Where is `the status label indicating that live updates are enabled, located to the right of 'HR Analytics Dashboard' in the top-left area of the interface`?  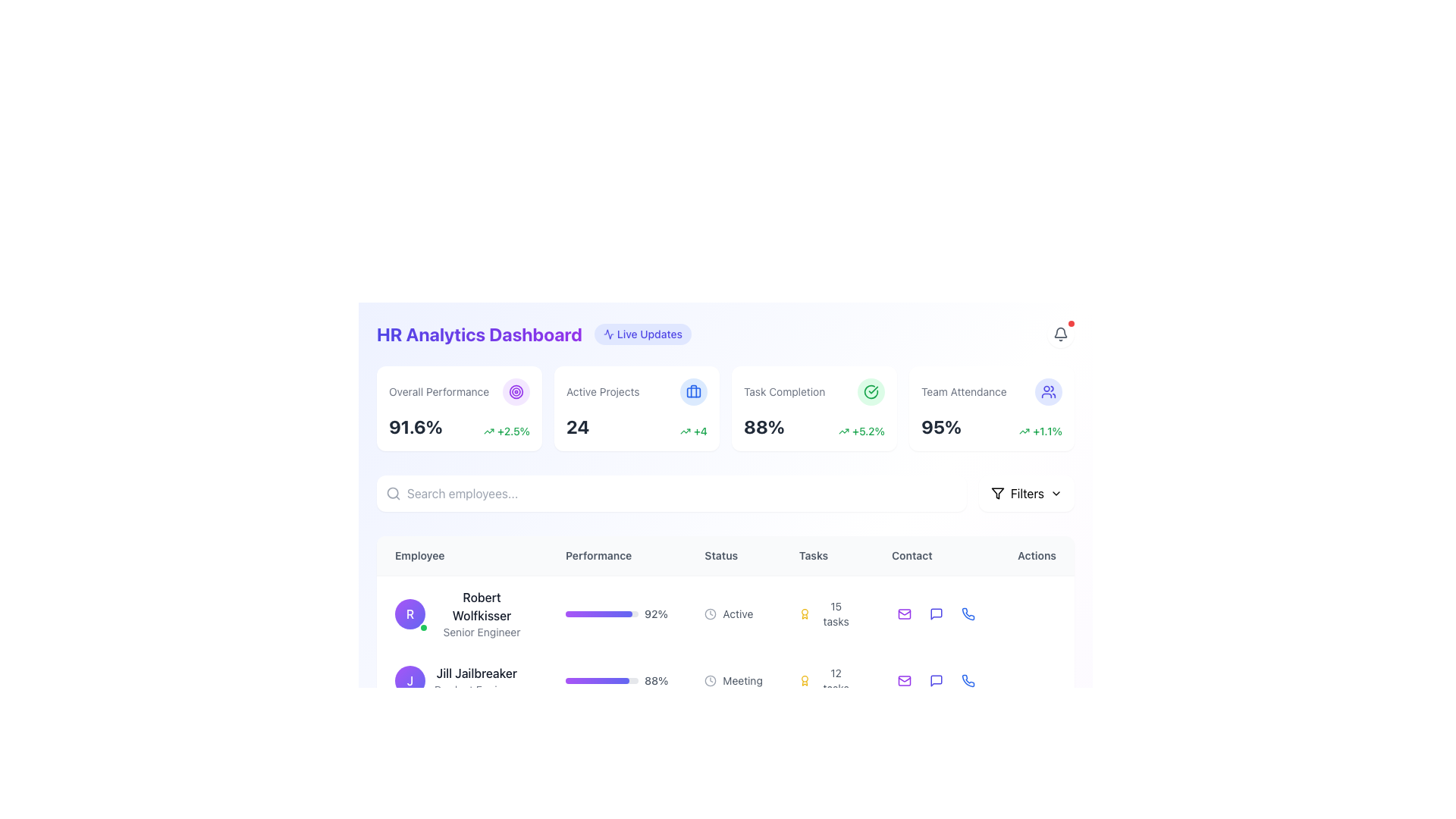 the status label indicating that live updates are enabled, located to the right of 'HR Analytics Dashboard' in the top-left area of the interface is located at coordinates (643, 333).